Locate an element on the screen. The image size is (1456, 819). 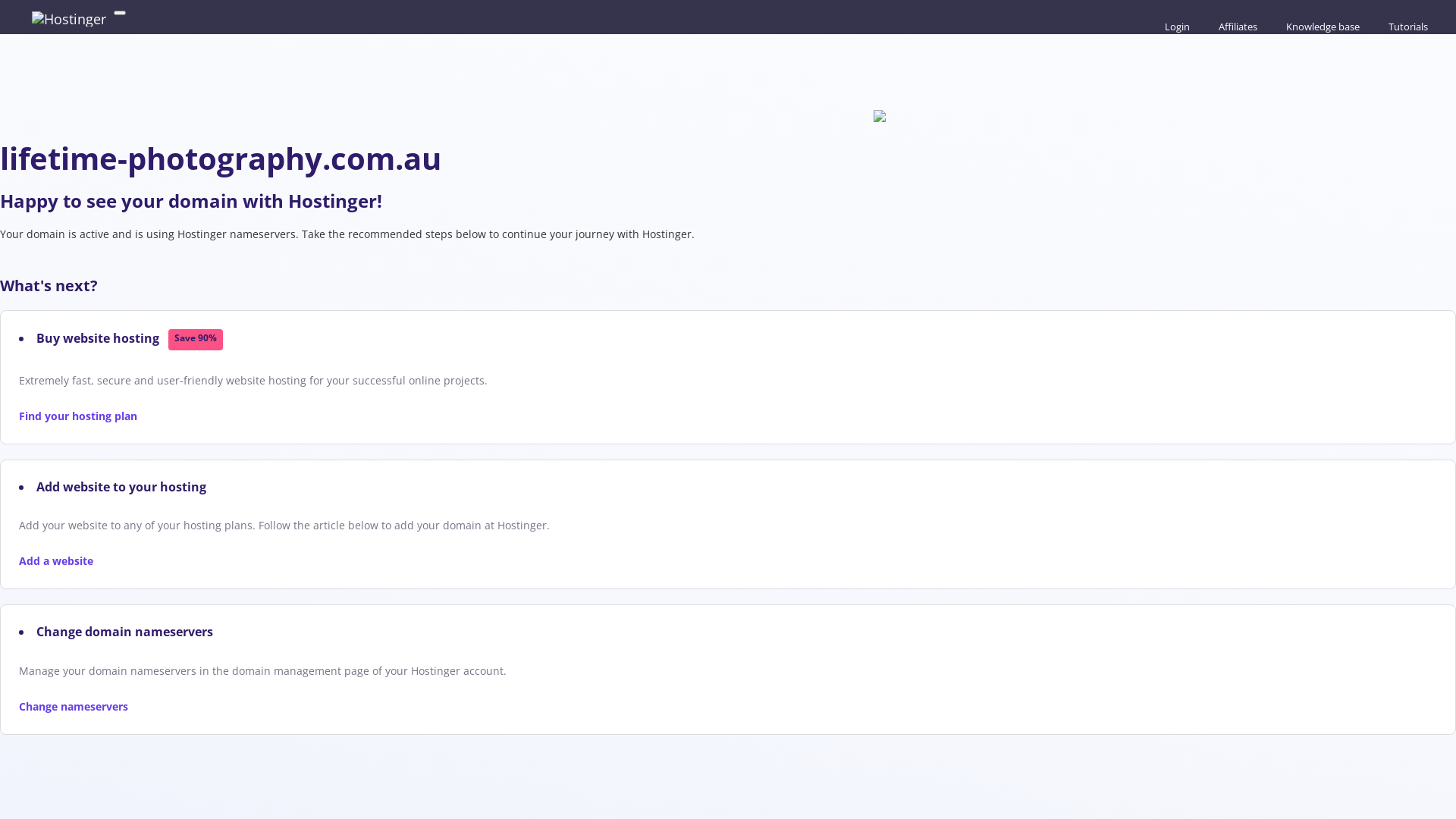
'Knowledge base' is located at coordinates (1277, 26).